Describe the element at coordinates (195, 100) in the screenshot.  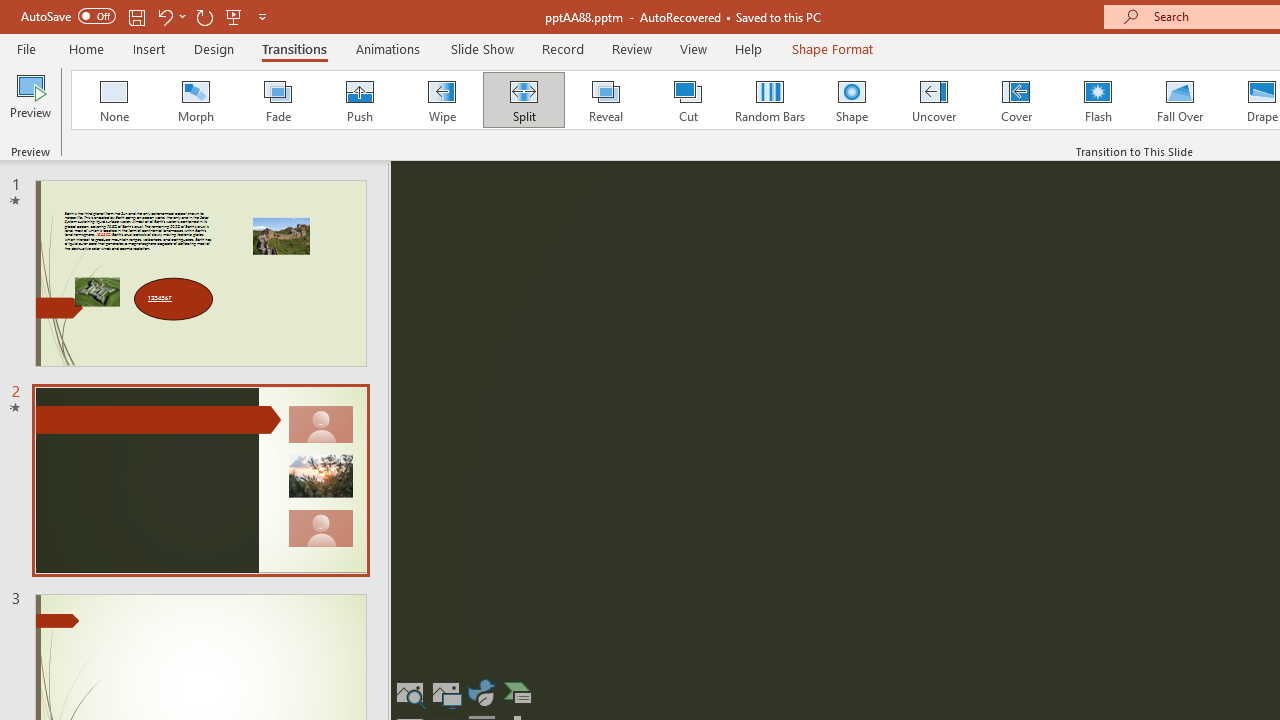
I see `'Morph'` at that location.